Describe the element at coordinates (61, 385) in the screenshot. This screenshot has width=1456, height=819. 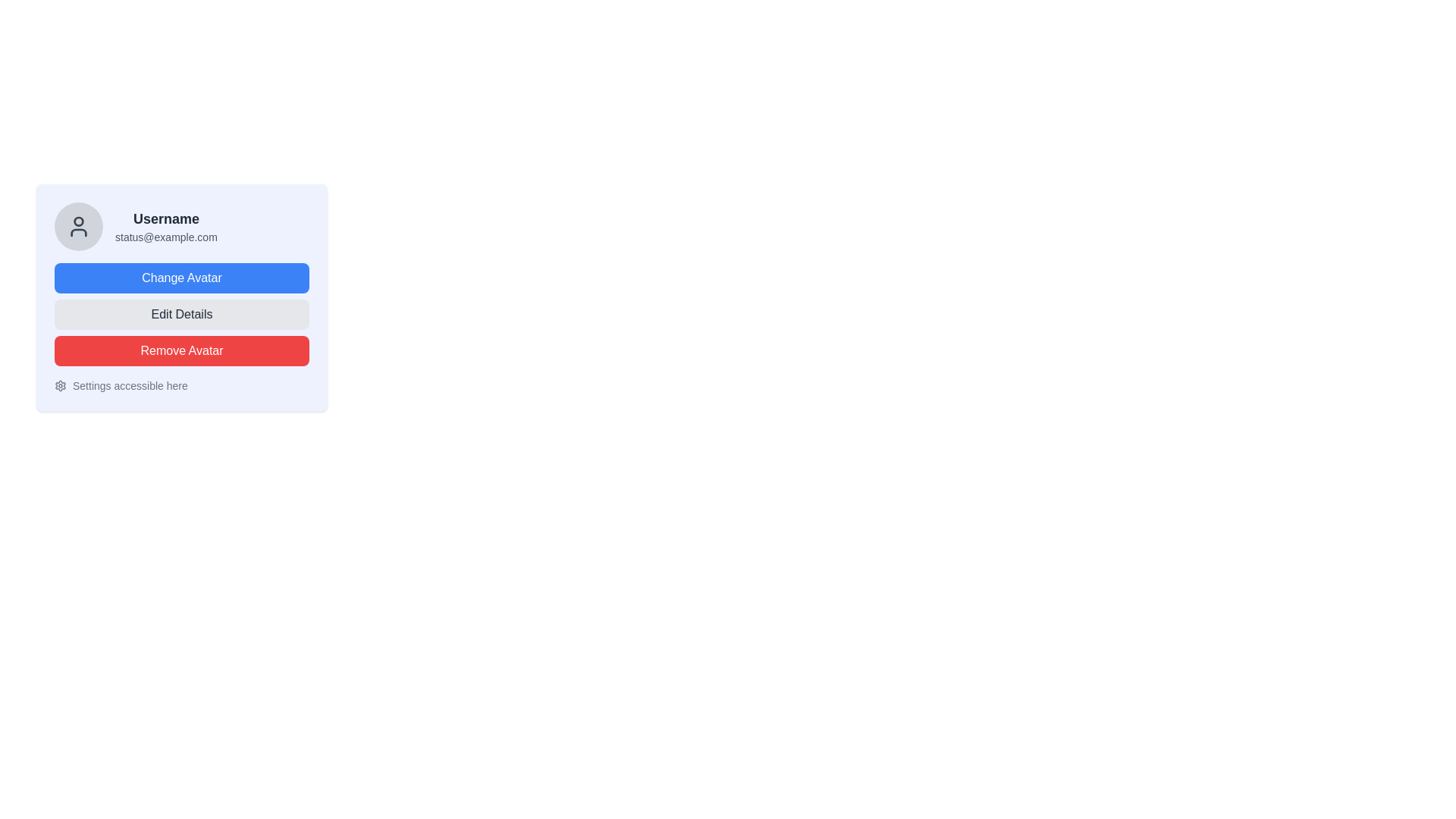
I see `the small gear icon with rounded edges and teeth-like shapes, located next to the text 'Settings accessible here'` at that location.